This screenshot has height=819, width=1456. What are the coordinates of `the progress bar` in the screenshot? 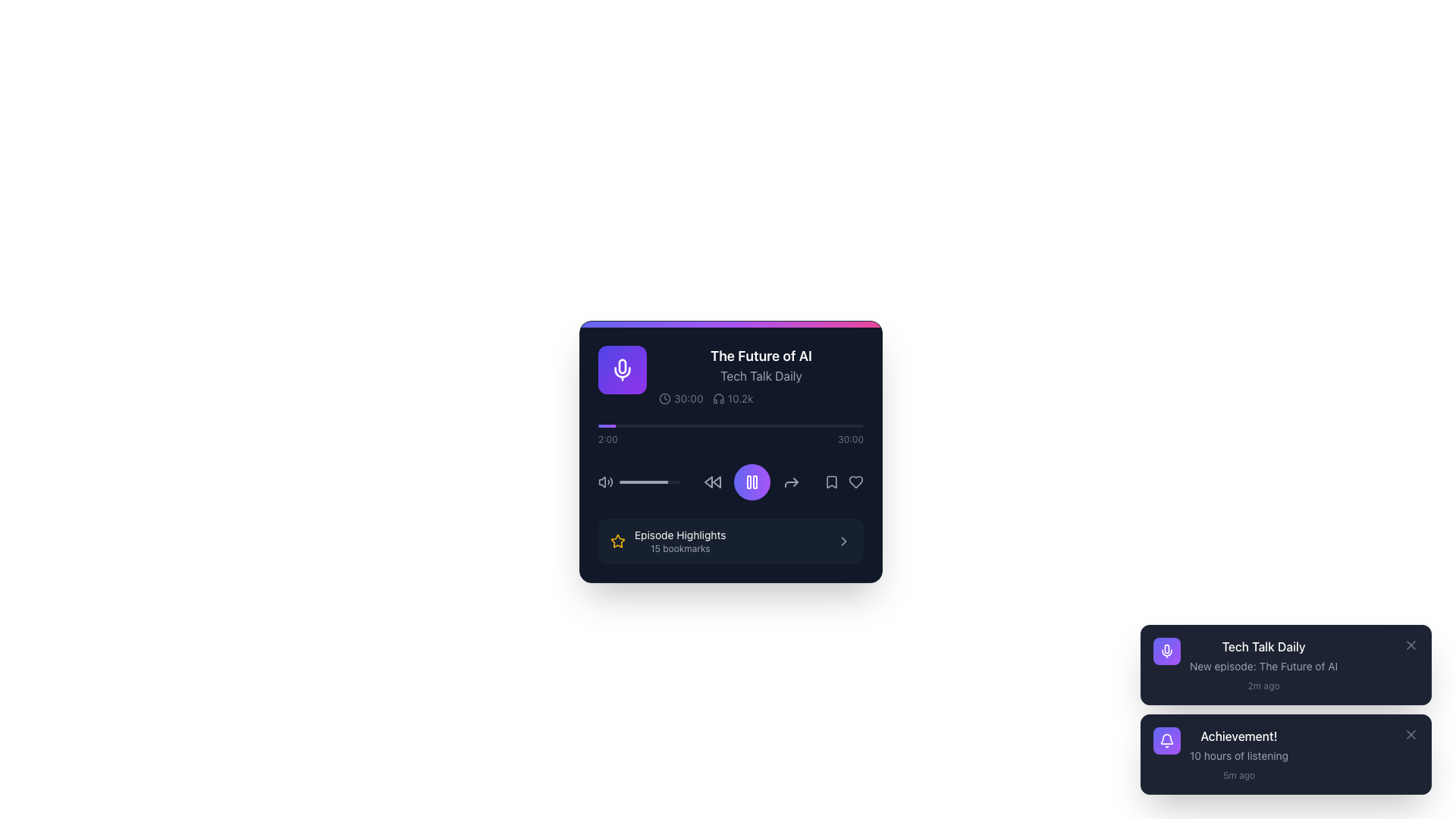 It's located at (633, 482).